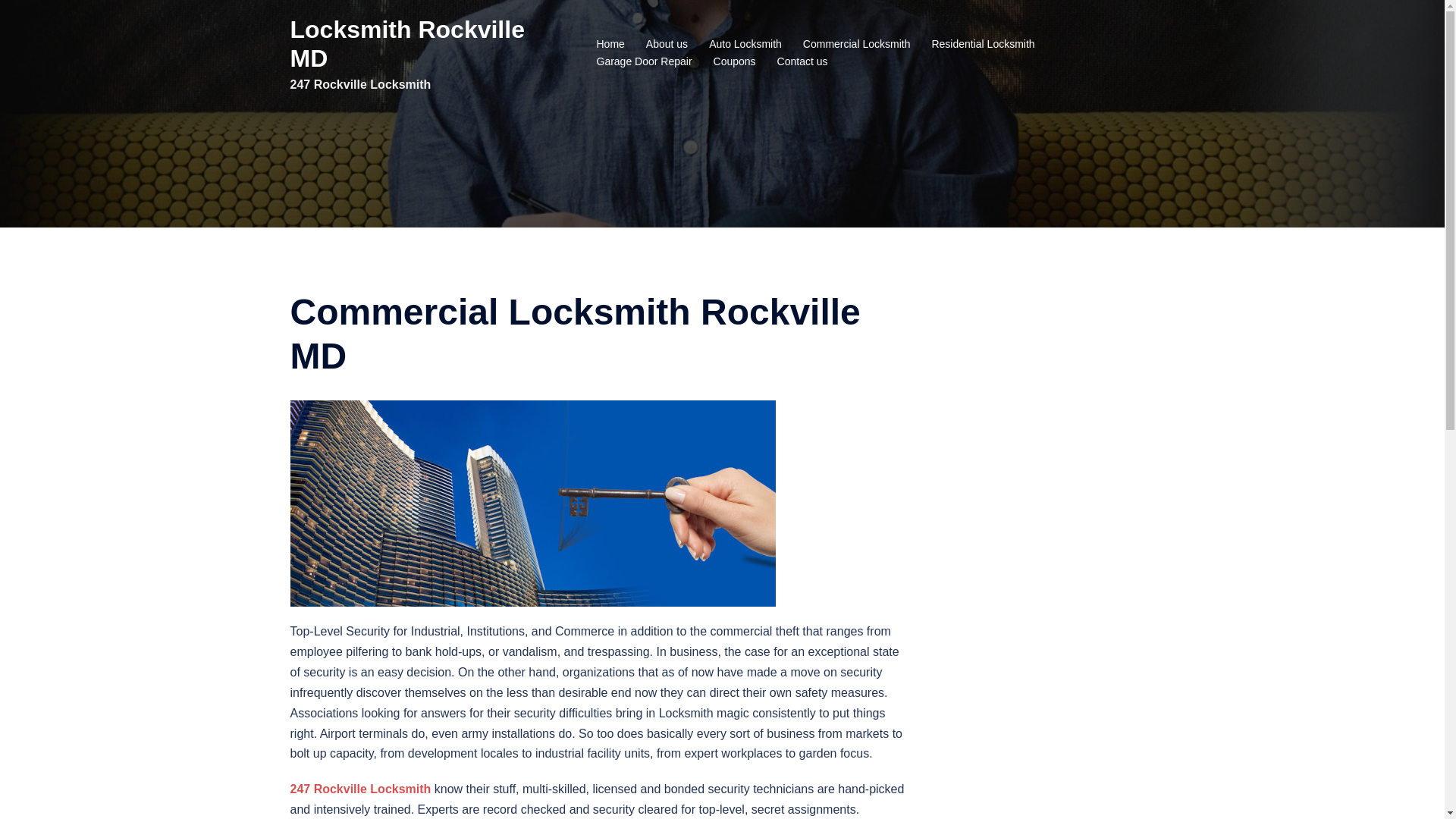 The width and height of the screenshot is (1456, 819). I want to click on 'Commercial Locksmith', so click(856, 43).